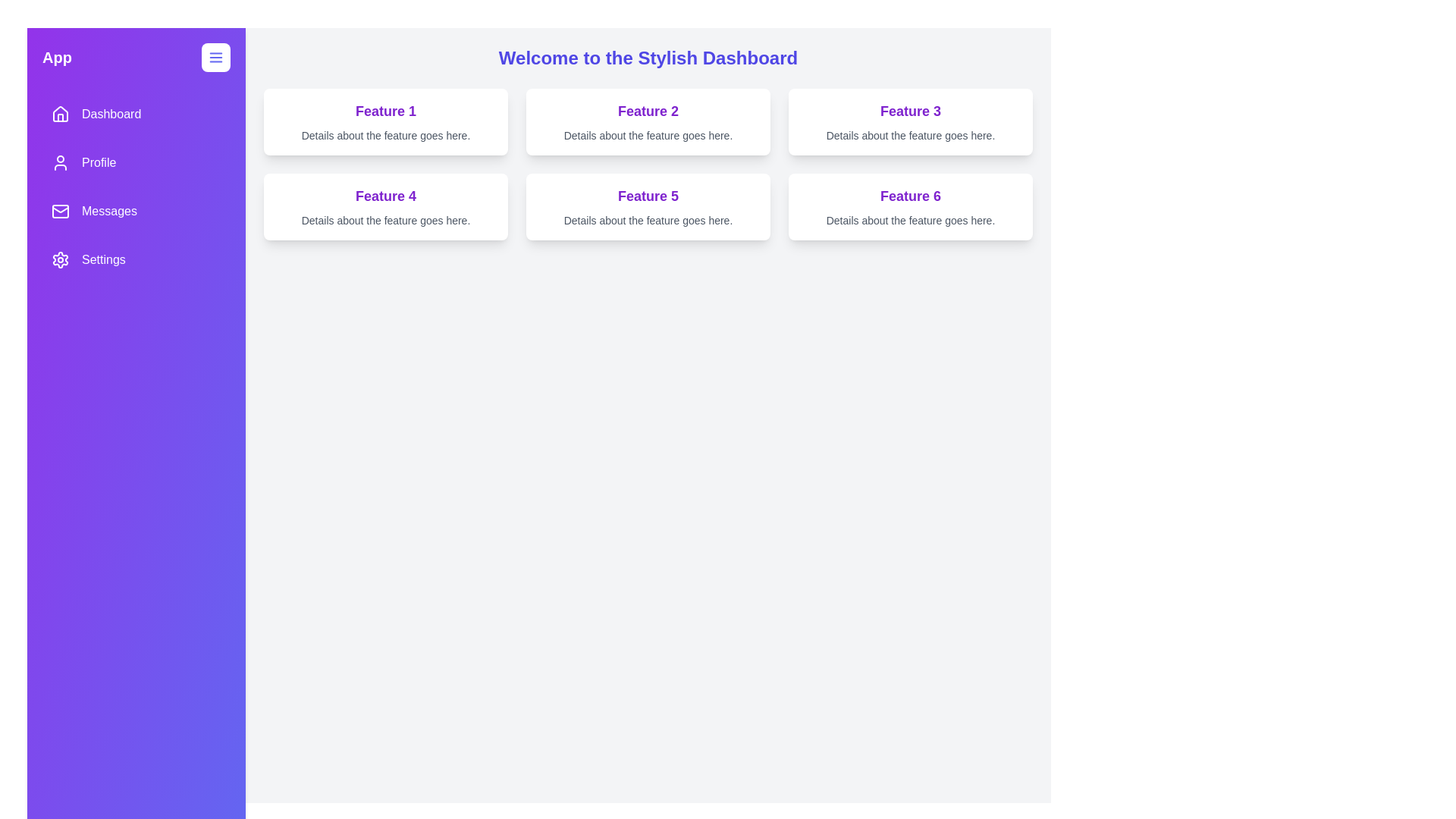 The image size is (1456, 819). I want to click on the purple 'Dashboard' button with a white house icon, located at the top of the menu items list, so click(136, 113).